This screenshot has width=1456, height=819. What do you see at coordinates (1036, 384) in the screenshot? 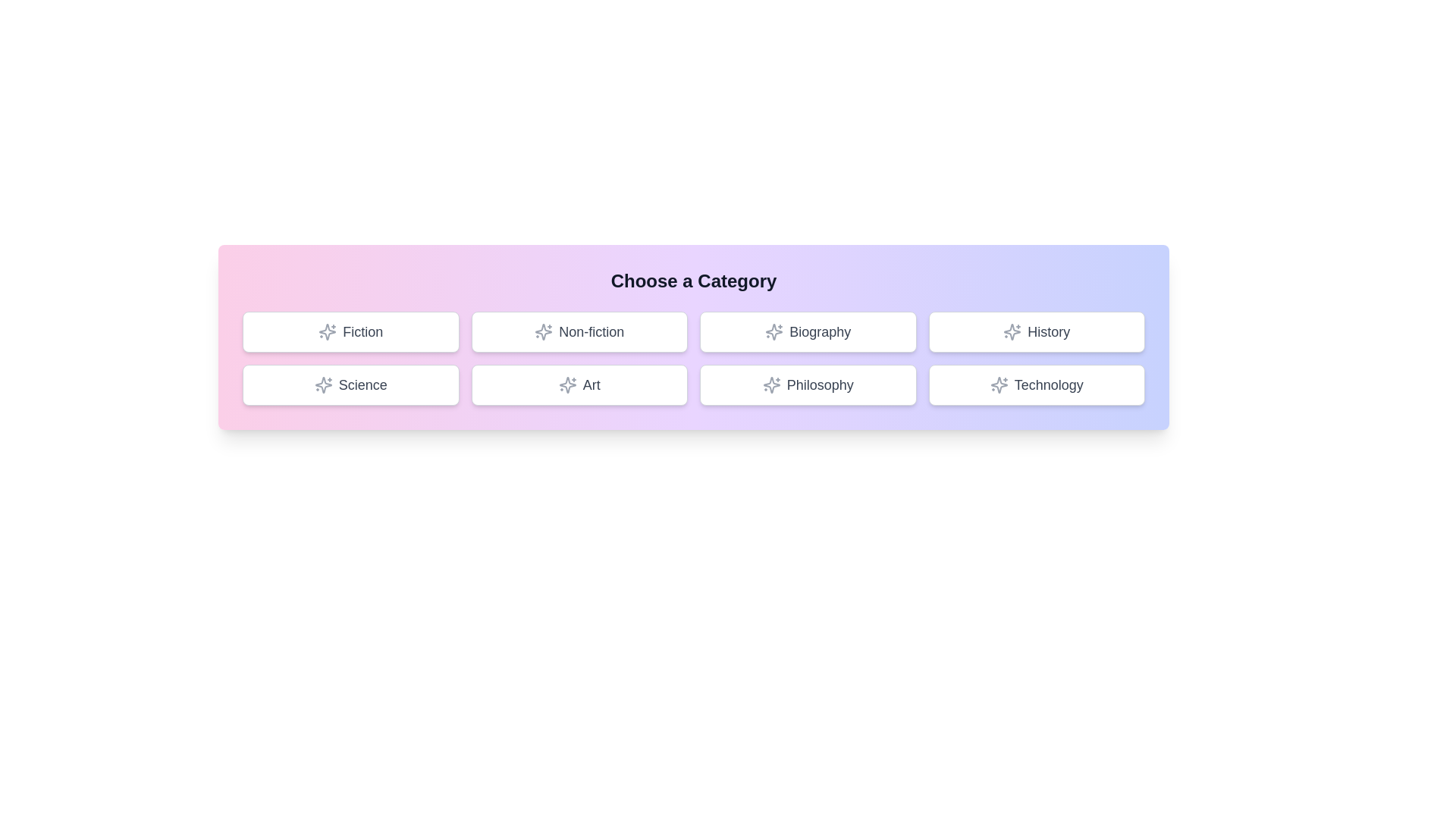
I see `the button labeled 'Technology' to observe the hover effect` at bounding box center [1036, 384].